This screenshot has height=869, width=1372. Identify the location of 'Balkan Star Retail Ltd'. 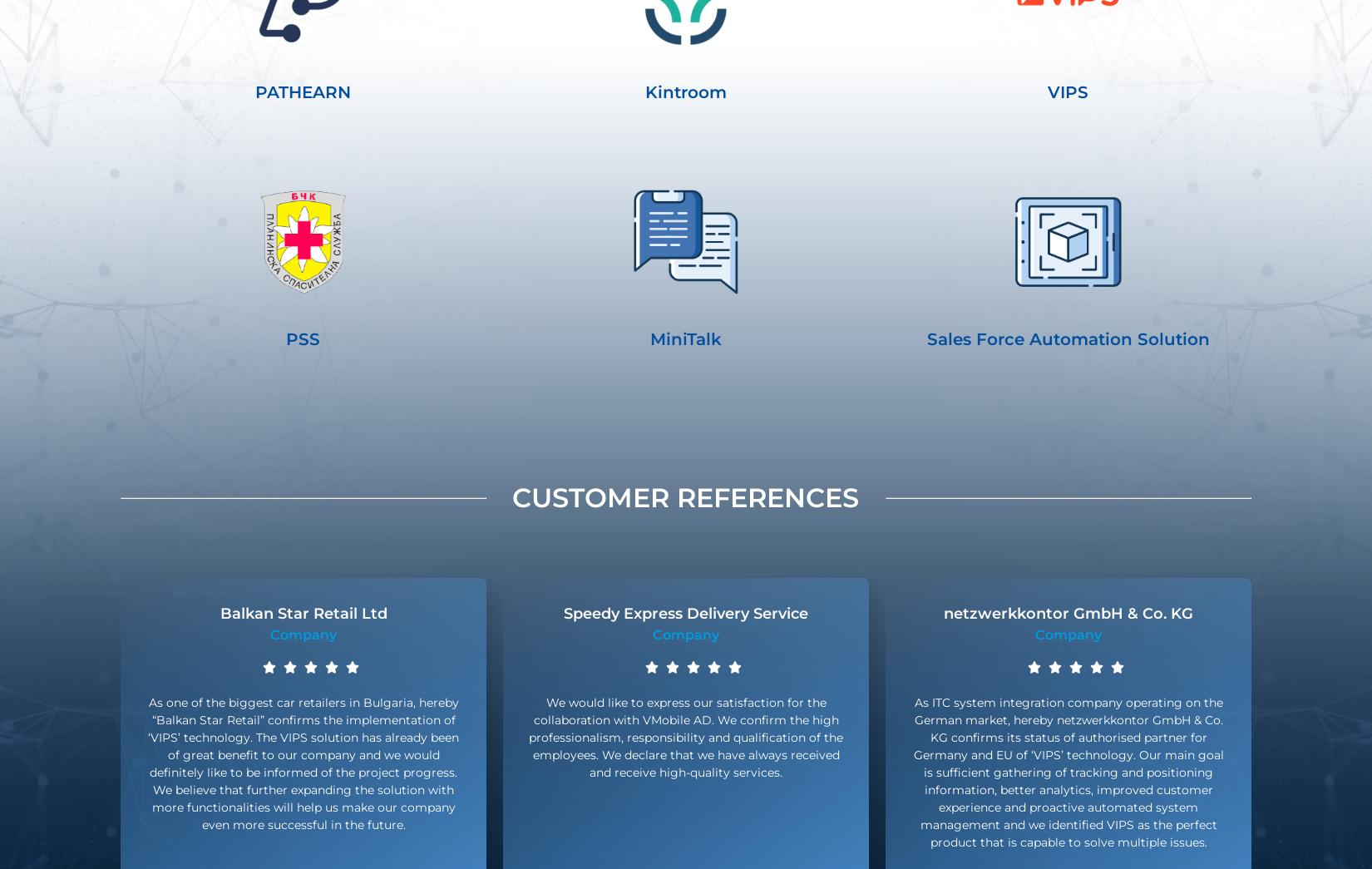
(303, 612).